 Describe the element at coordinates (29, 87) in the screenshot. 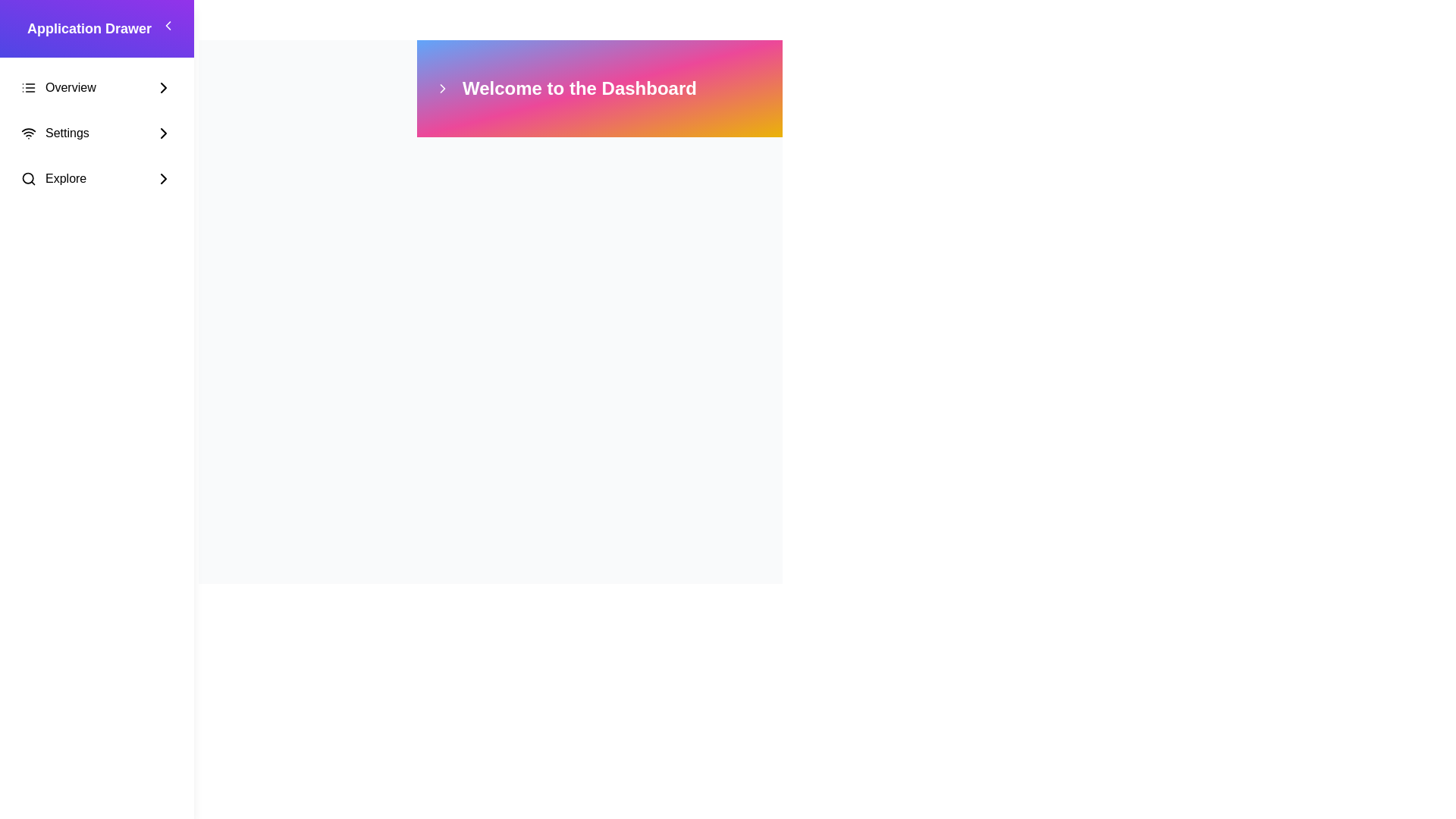

I see `the menu icon representing a list, which consists of three horizontal lines with small dots on their left side, located to the left of the 'Overview' label` at that location.